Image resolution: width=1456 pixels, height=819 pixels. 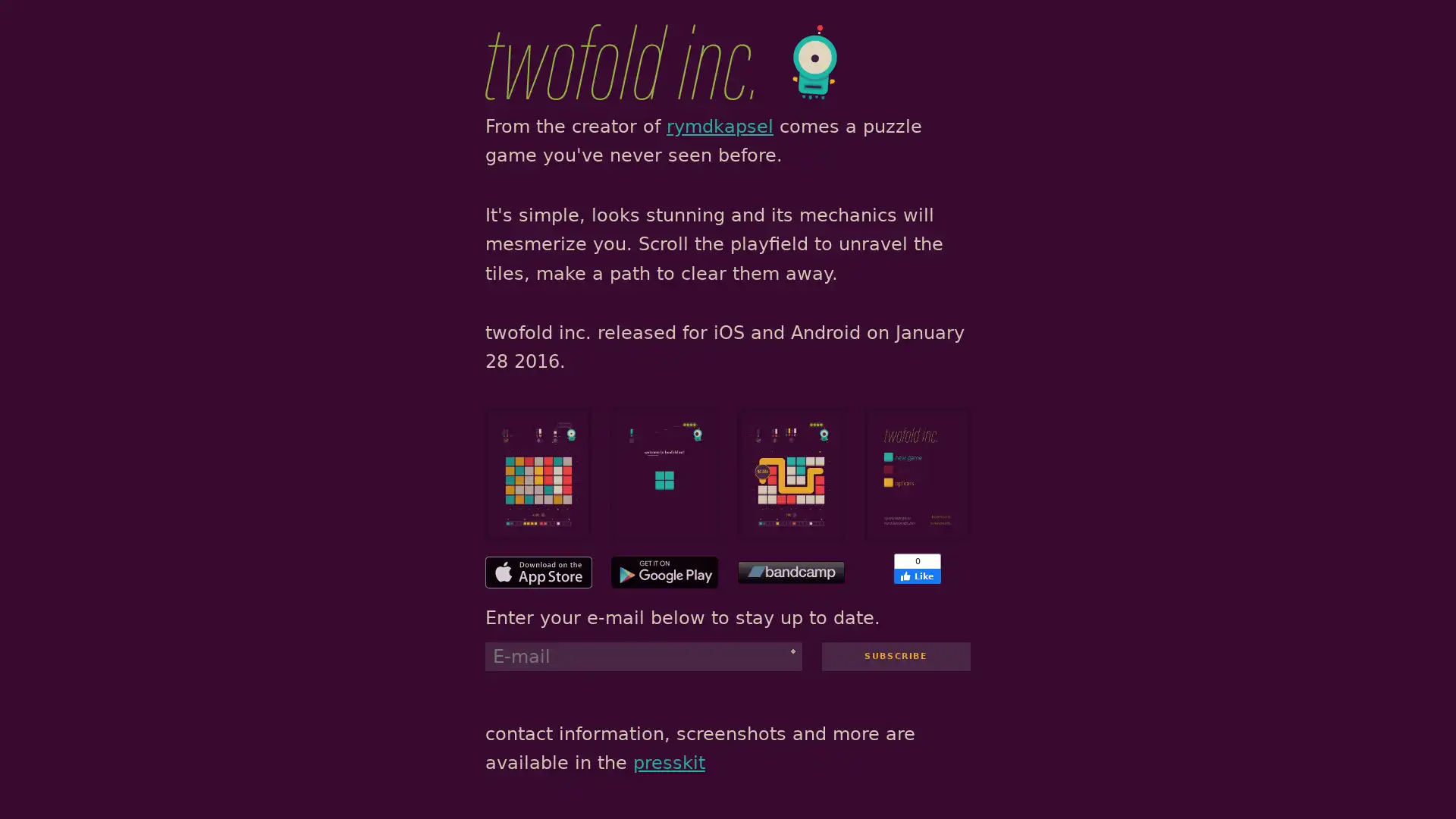 What do you see at coordinates (895, 654) in the screenshot?
I see `Subscribe` at bounding box center [895, 654].